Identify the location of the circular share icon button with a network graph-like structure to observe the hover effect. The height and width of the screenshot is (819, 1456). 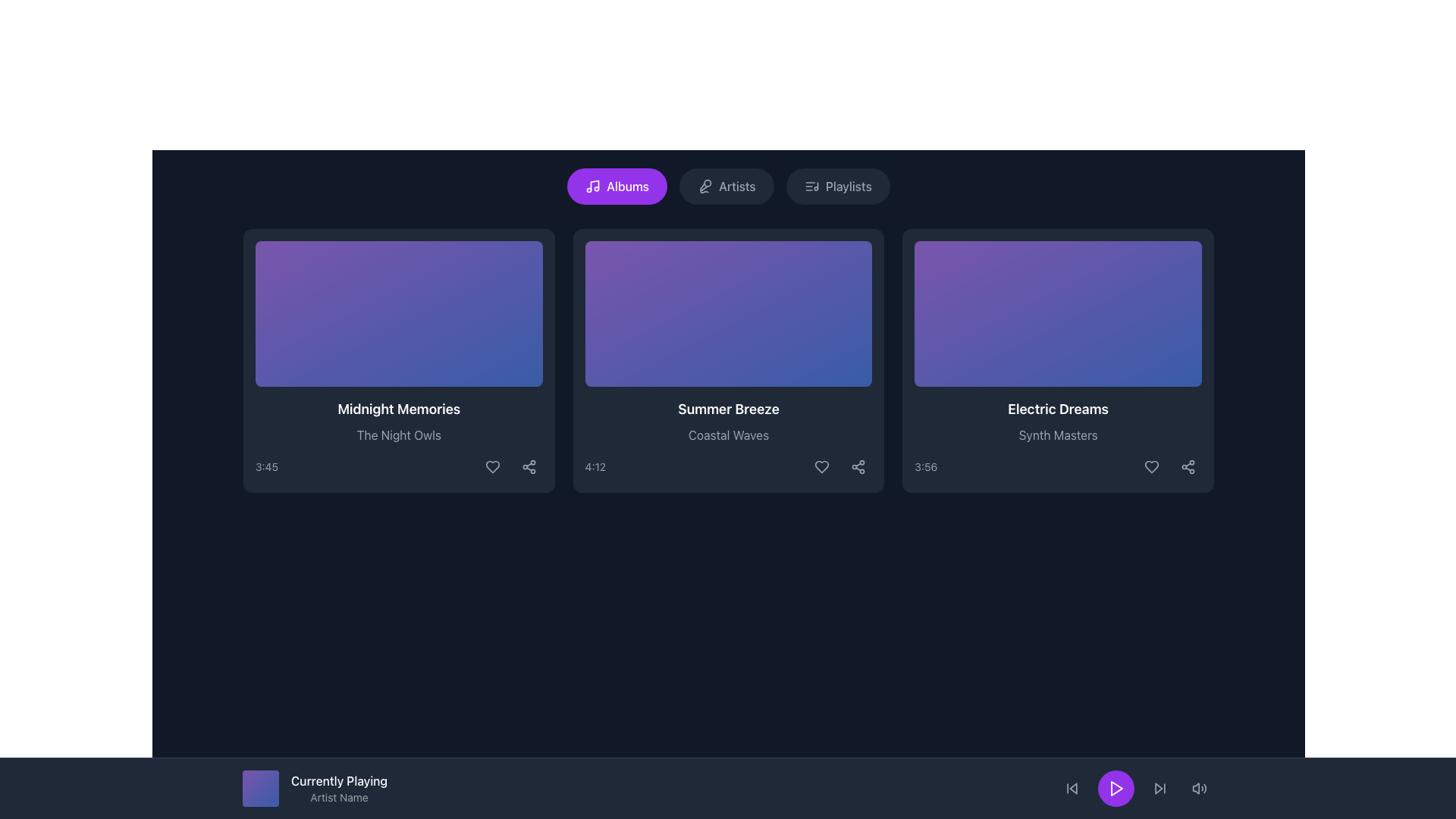
(858, 466).